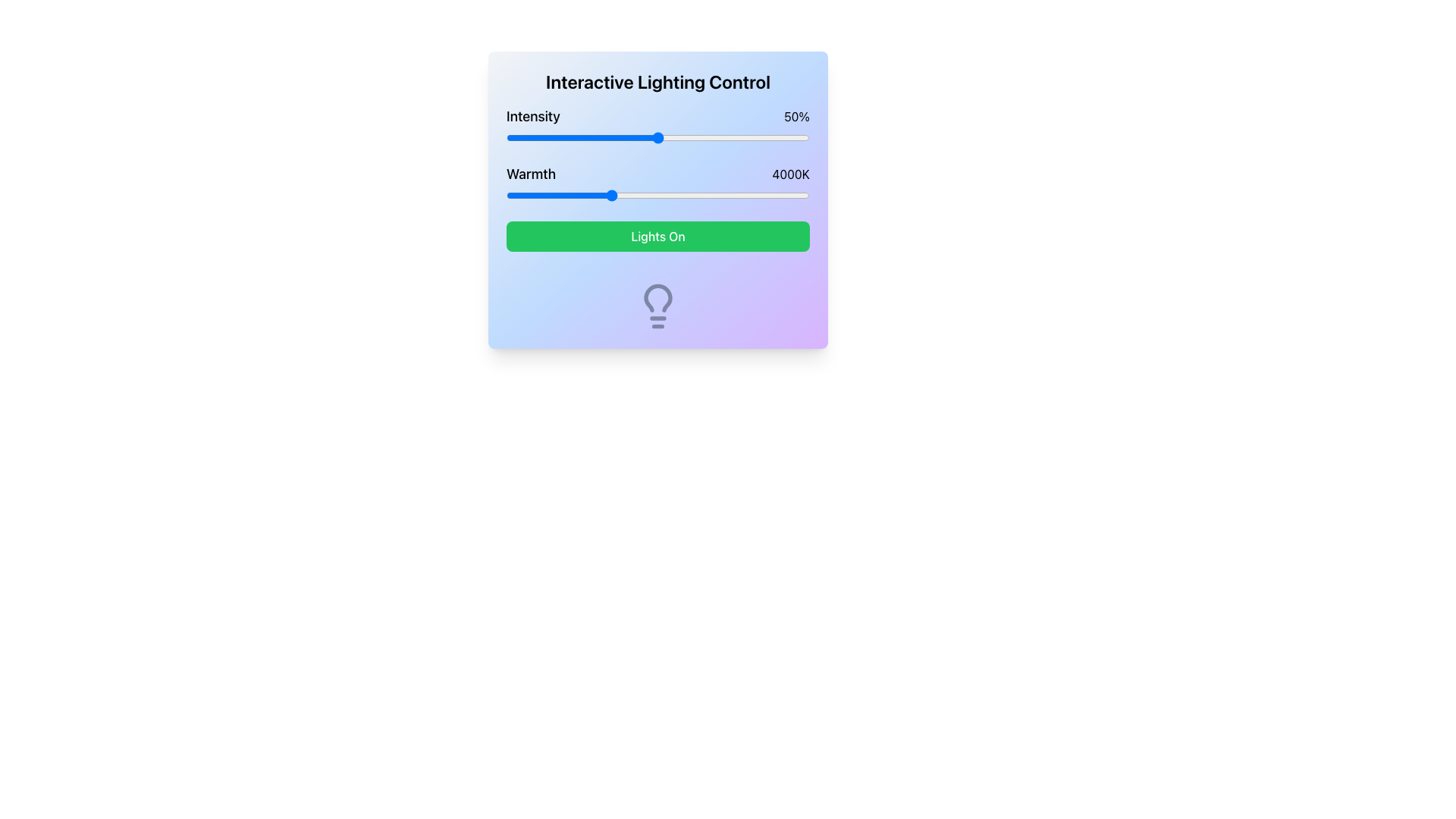 The image size is (1456, 819). What do you see at coordinates (790, 174) in the screenshot?
I see `value displayed on the label showing '4000K' in black font, located to the right of the 'Warmth' slider` at bounding box center [790, 174].